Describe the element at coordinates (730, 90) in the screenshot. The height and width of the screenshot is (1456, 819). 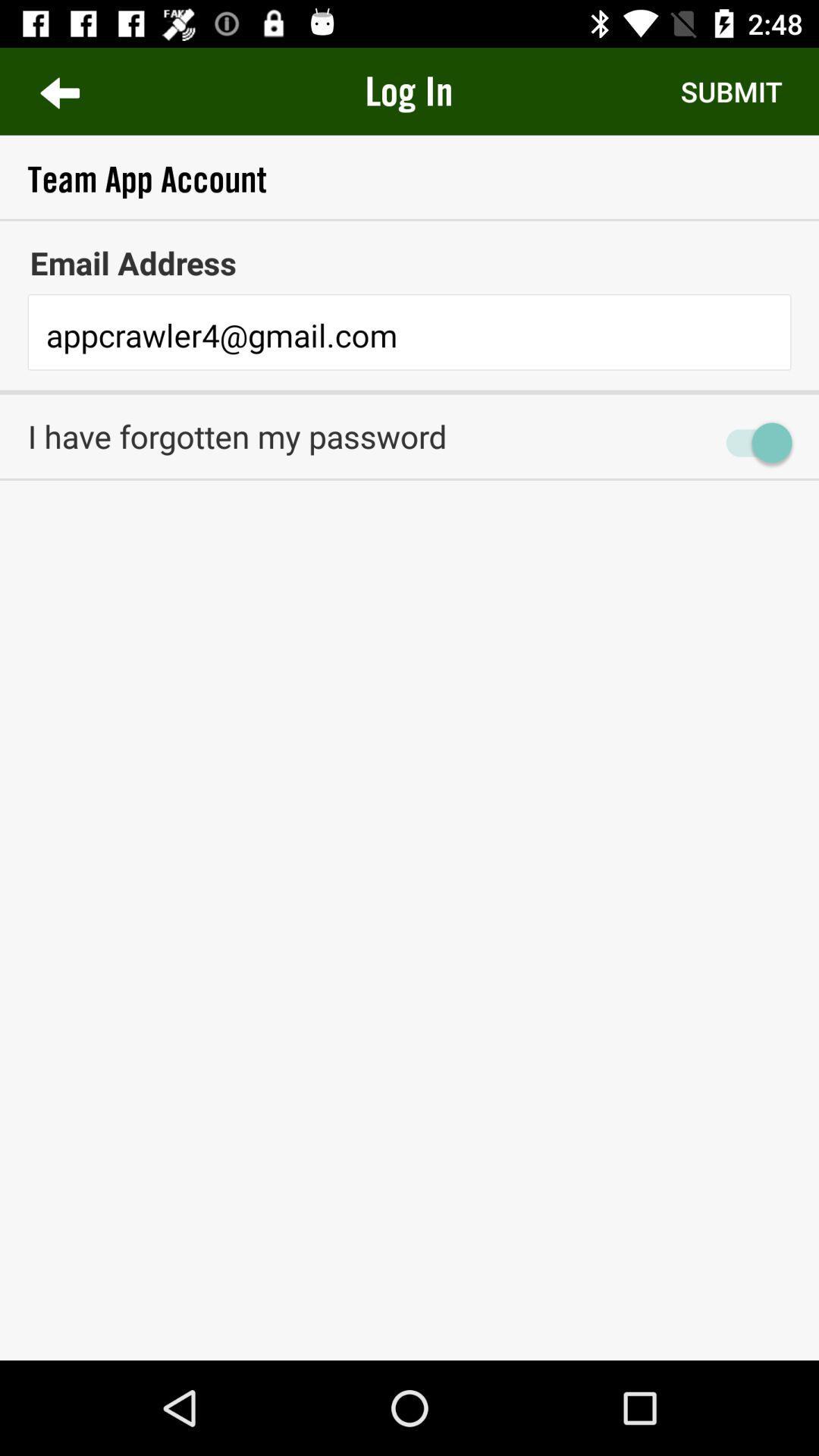
I see `the icon next to log in icon` at that location.